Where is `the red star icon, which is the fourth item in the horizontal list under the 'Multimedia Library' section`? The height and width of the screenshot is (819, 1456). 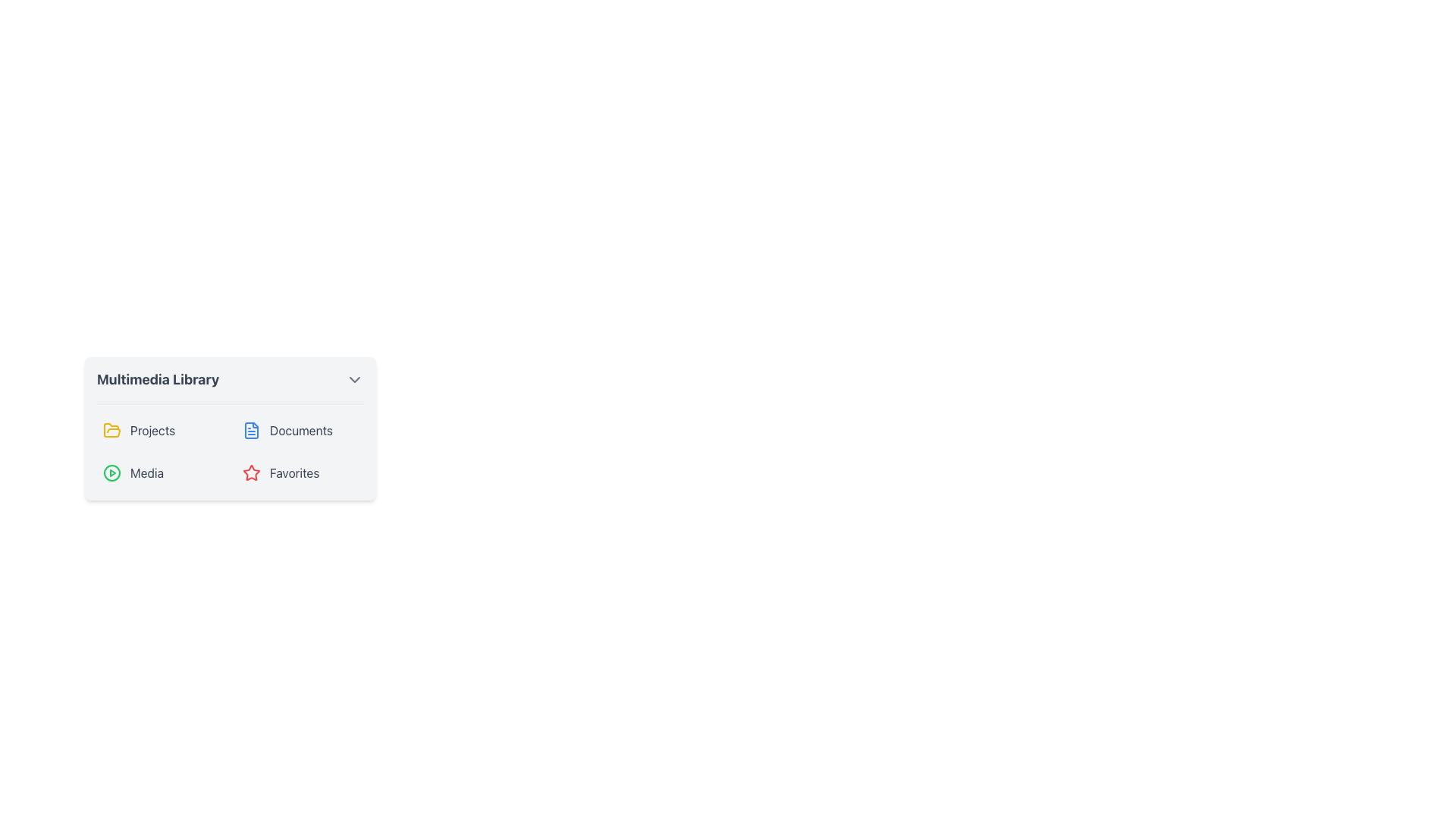 the red star icon, which is the fourth item in the horizontal list under the 'Multimedia Library' section is located at coordinates (251, 472).